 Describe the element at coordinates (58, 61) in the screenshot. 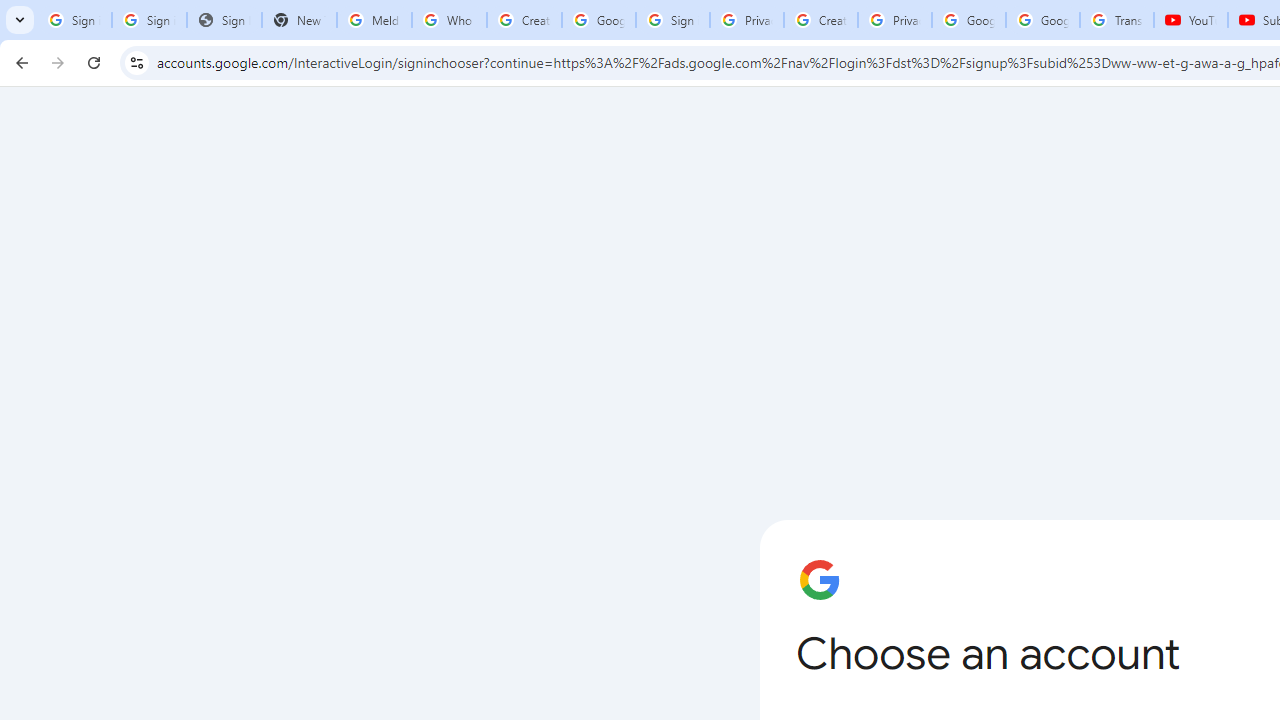

I see `'Forward'` at that location.